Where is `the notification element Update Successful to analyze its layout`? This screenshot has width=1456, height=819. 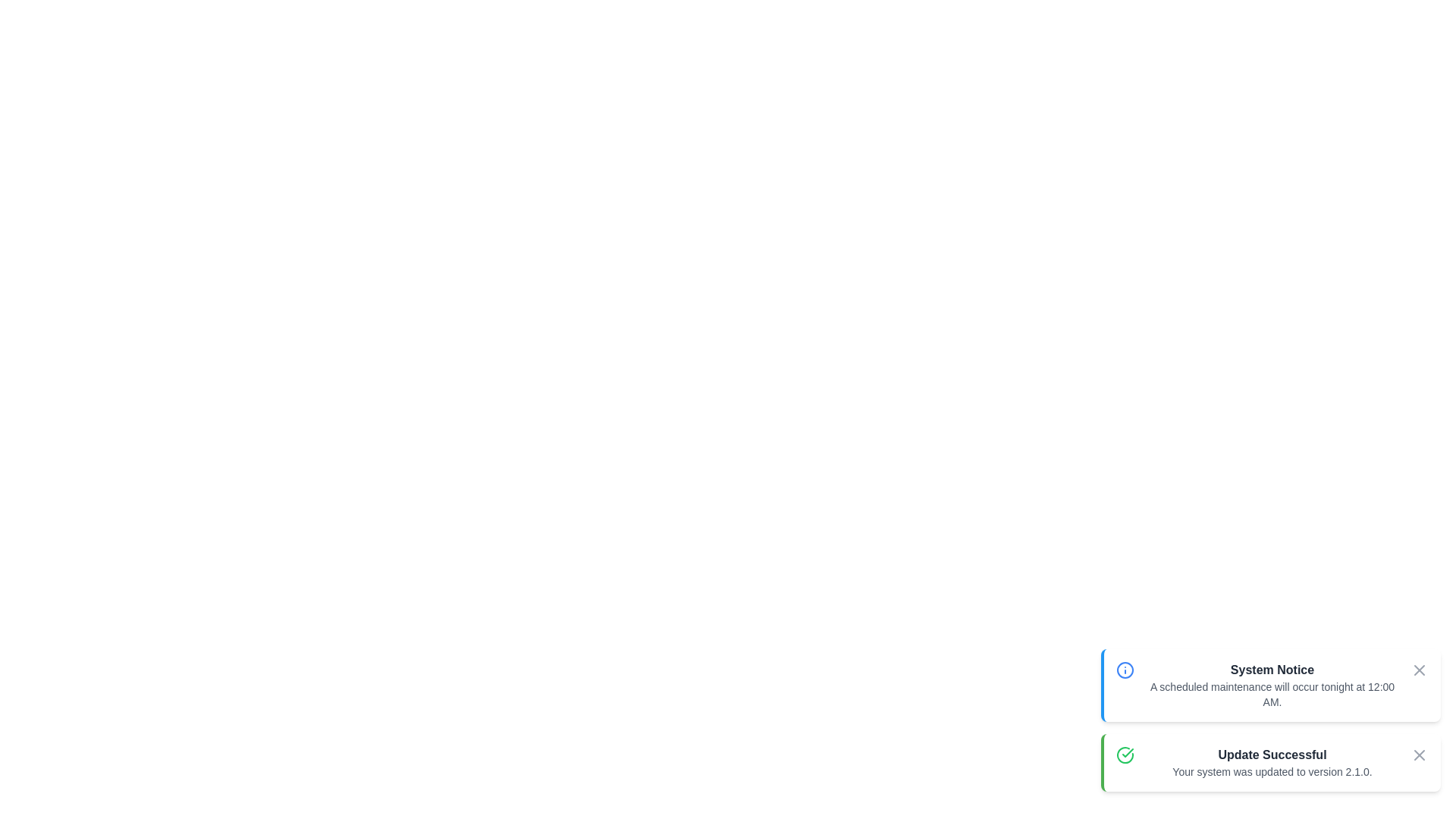 the notification element Update Successful to analyze its layout is located at coordinates (1270, 763).